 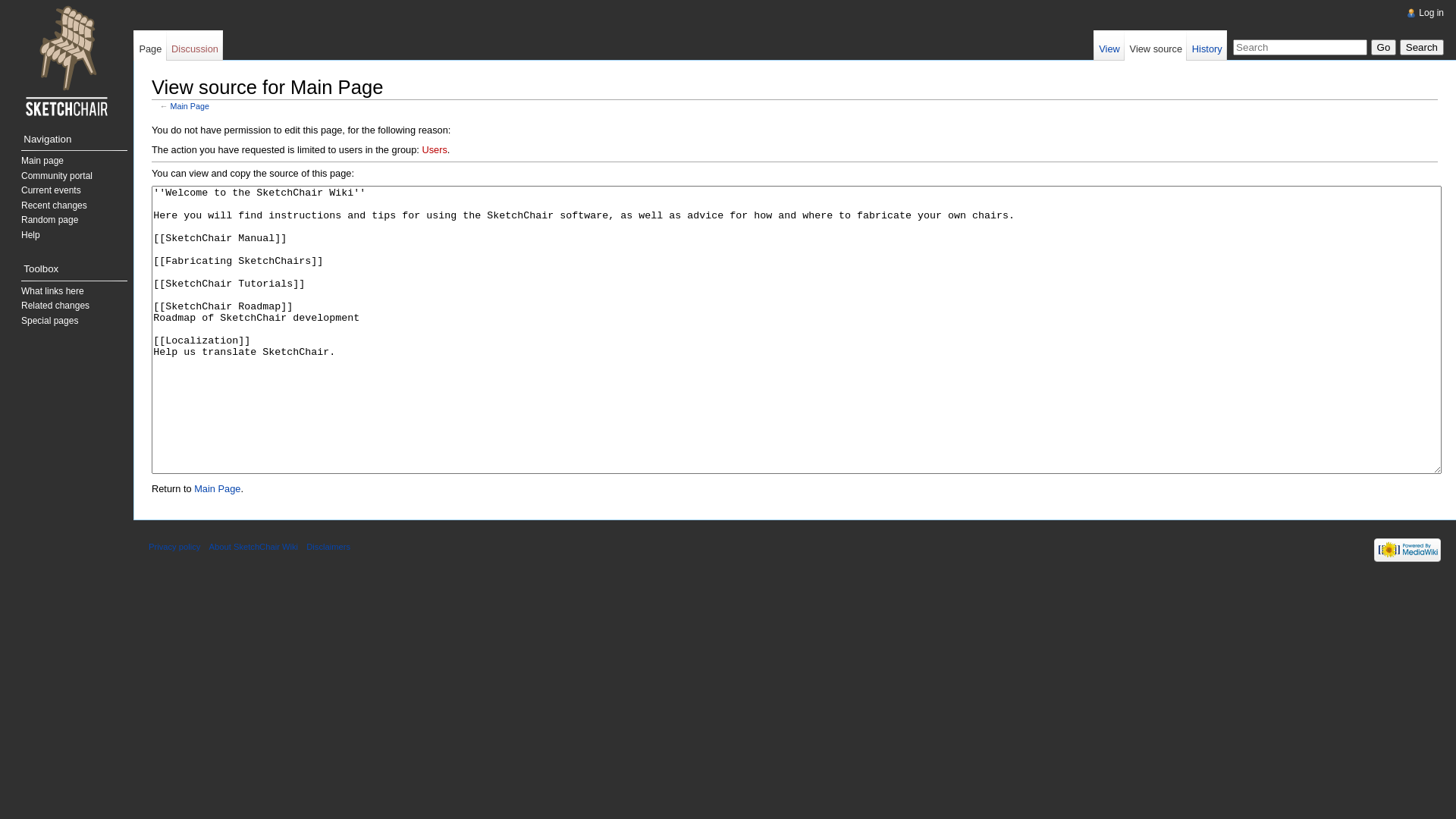 What do you see at coordinates (51, 189) in the screenshot?
I see `'Current events'` at bounding box center [51, 189].